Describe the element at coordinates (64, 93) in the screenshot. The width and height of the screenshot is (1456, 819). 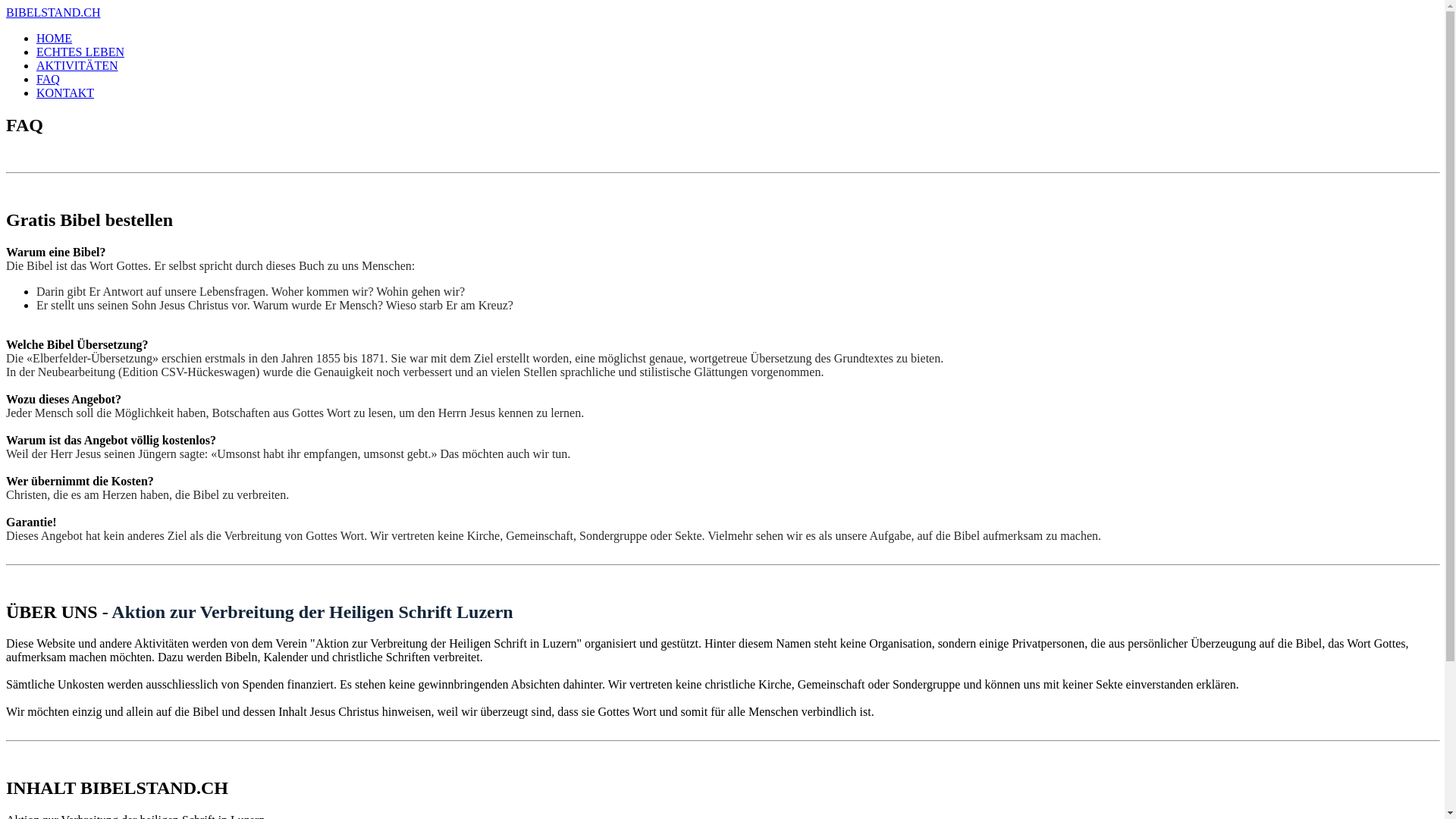
I see `'KONTAKT'` at that location.